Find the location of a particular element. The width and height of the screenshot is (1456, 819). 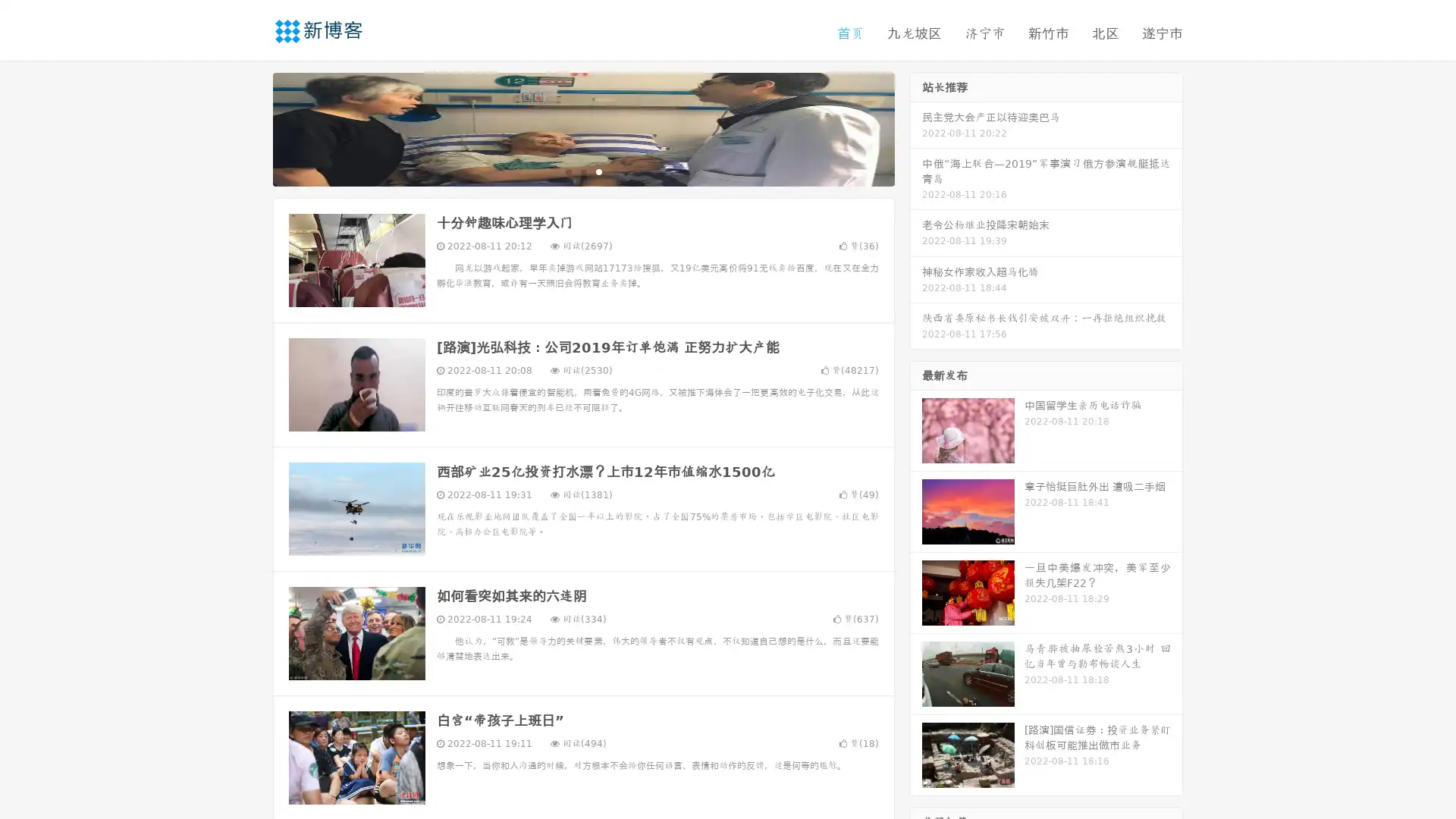

Go to slide 2 is located at coordinates (582, 171).